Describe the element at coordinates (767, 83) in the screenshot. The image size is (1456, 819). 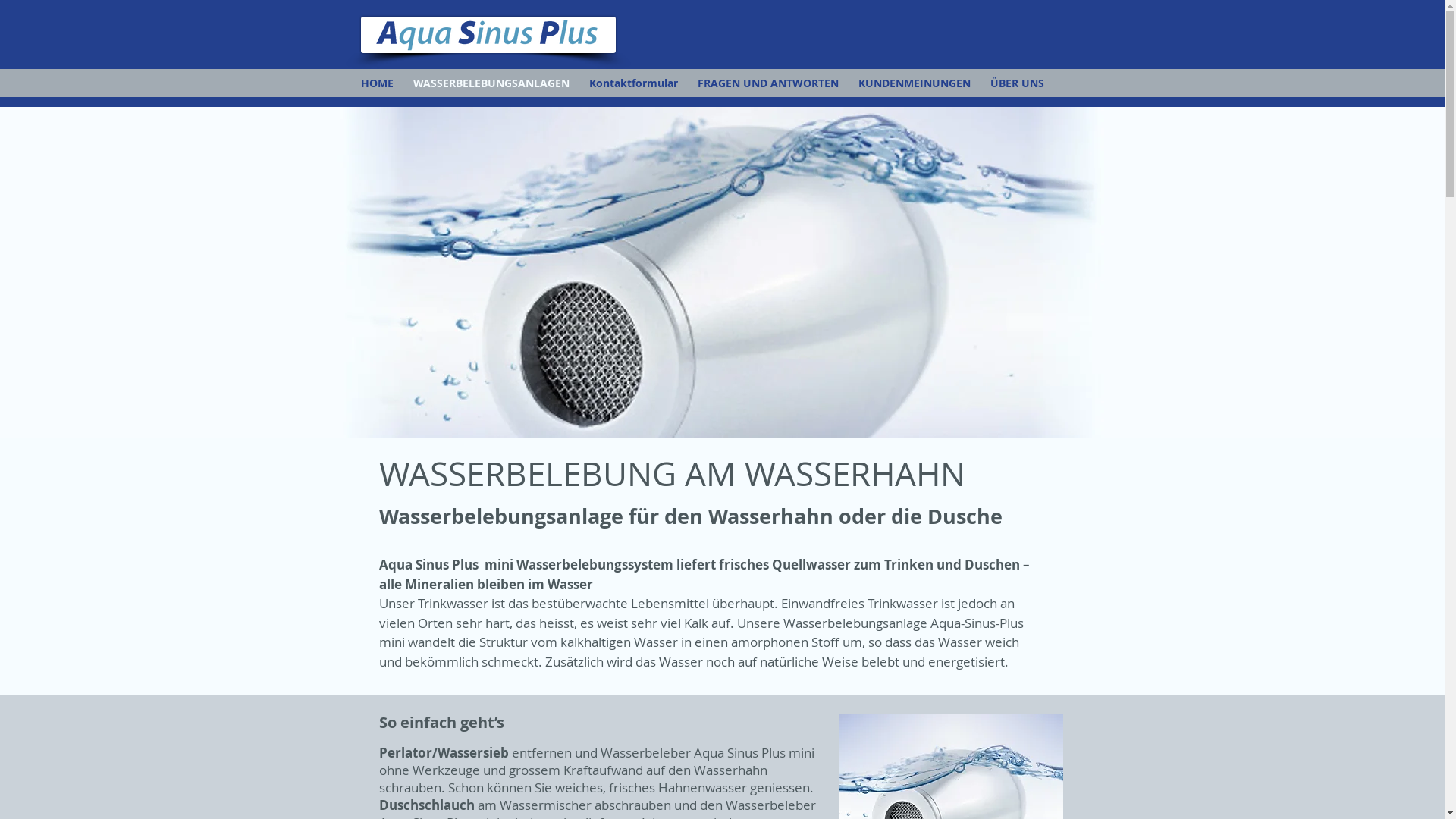
I see `'FRAGEN UND ANTWORTEN'` at that location.